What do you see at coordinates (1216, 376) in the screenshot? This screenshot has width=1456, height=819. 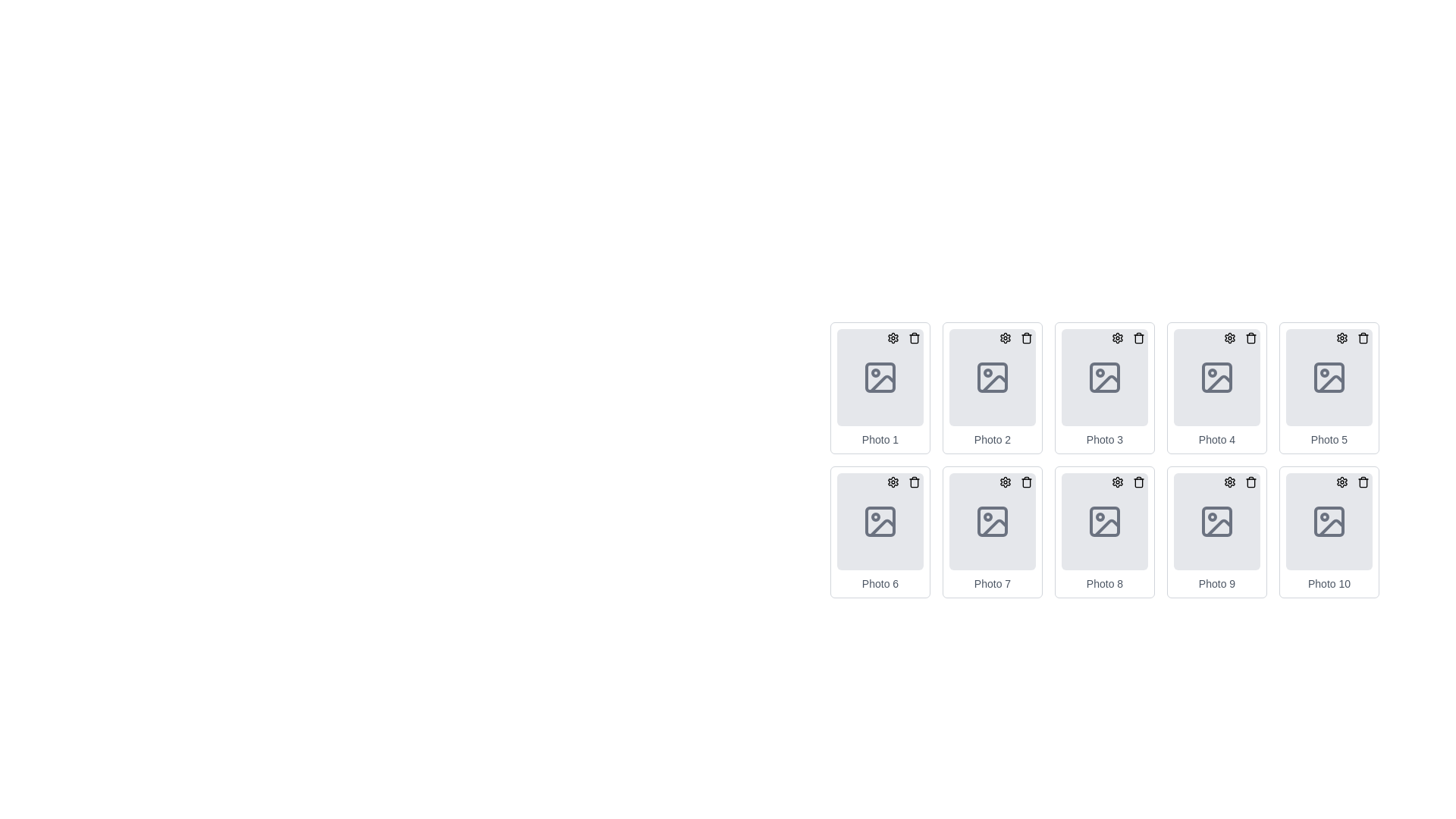 I see `the image placeholder, which is a rounded rectangle with a gray background located within the 'Photo 4' card` at bounding box center [1216, 376].